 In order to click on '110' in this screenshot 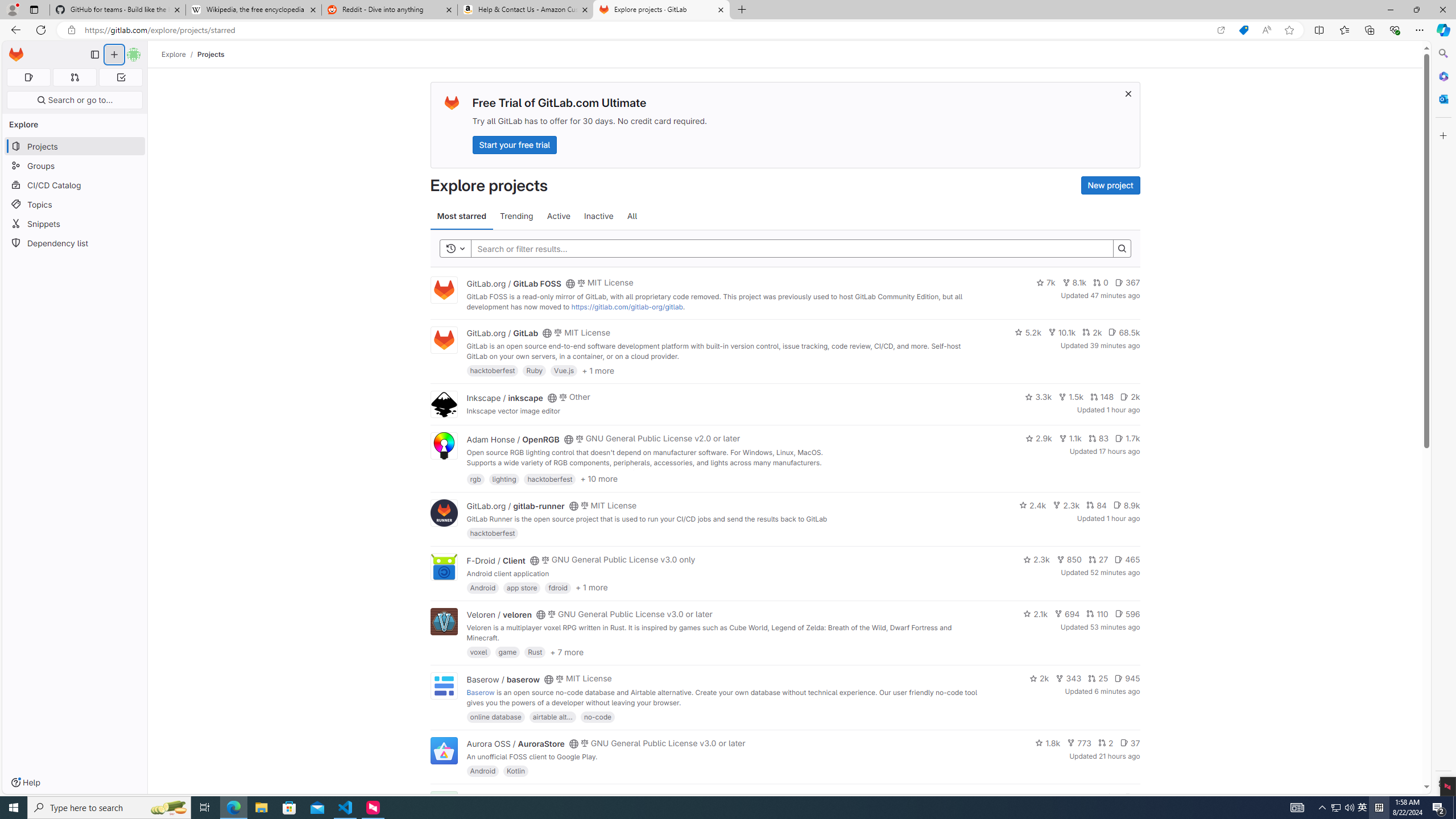, I will do `click(1097, 614)`.